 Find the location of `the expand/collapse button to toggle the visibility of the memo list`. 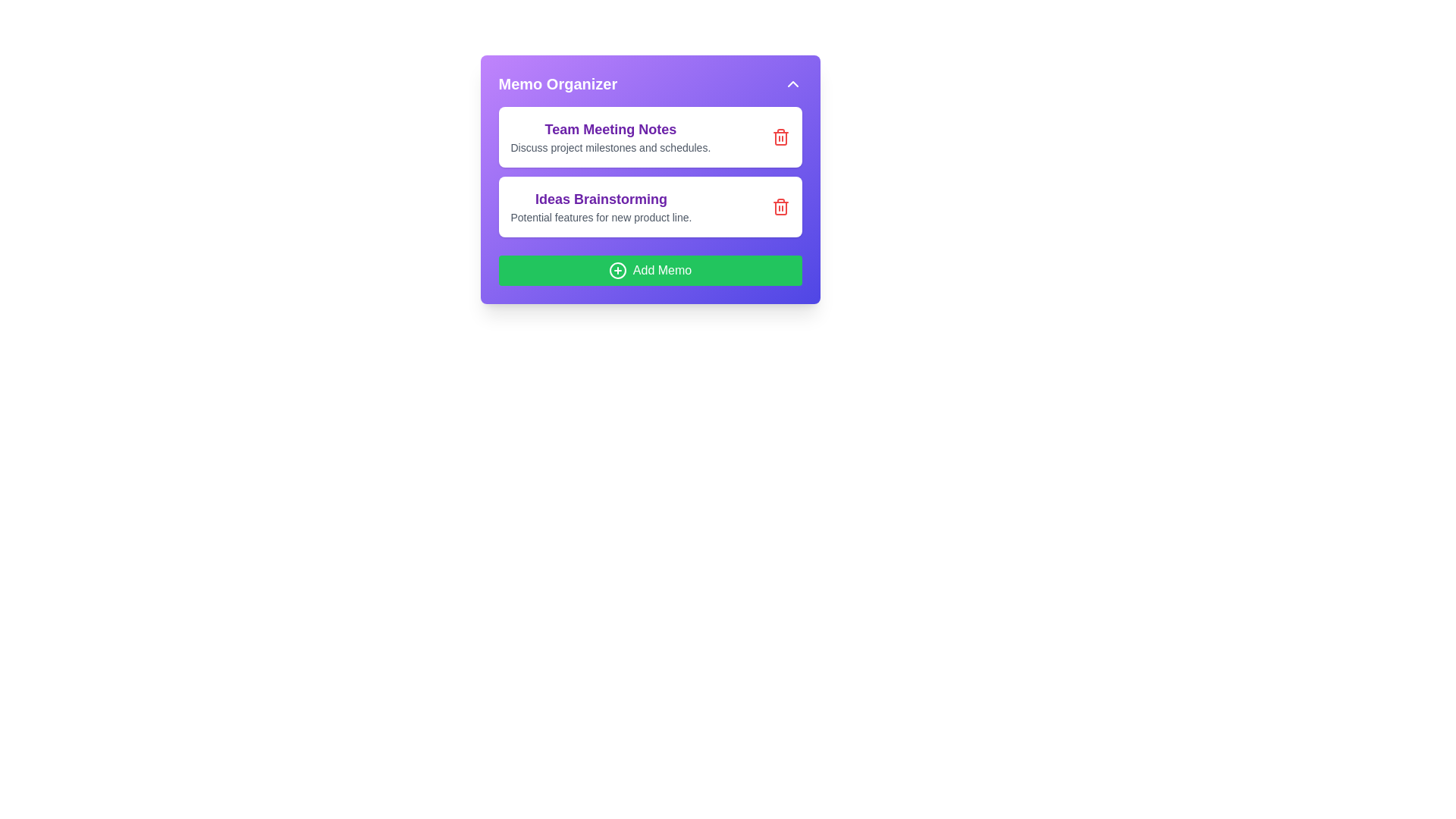

the expand/collapse button to toggle the visibility of the memo list is located at coordinates (792, 84).